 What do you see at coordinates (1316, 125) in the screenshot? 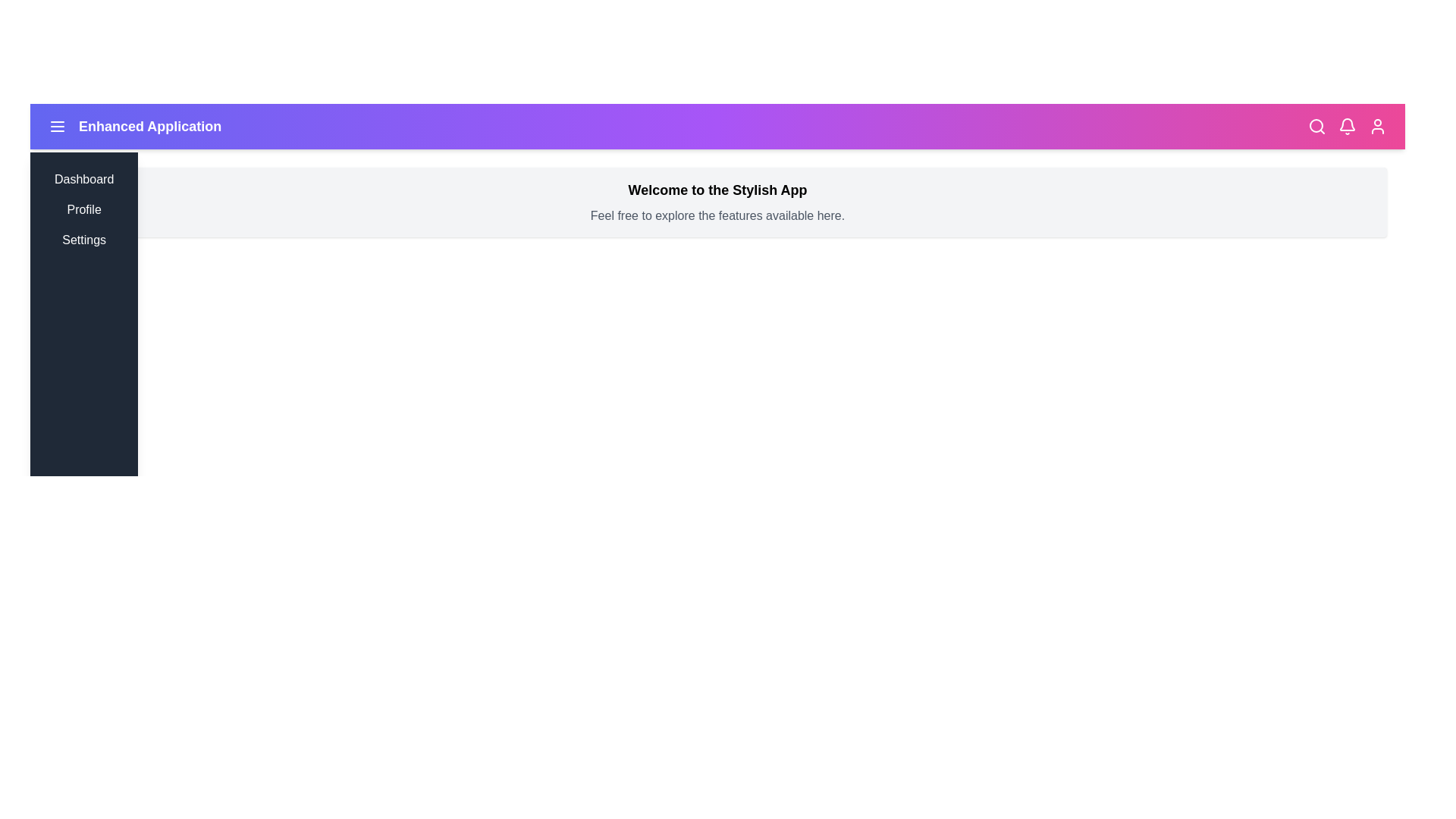
I see `the search icon to initiate a search action` at bounding box center [1316, 125].